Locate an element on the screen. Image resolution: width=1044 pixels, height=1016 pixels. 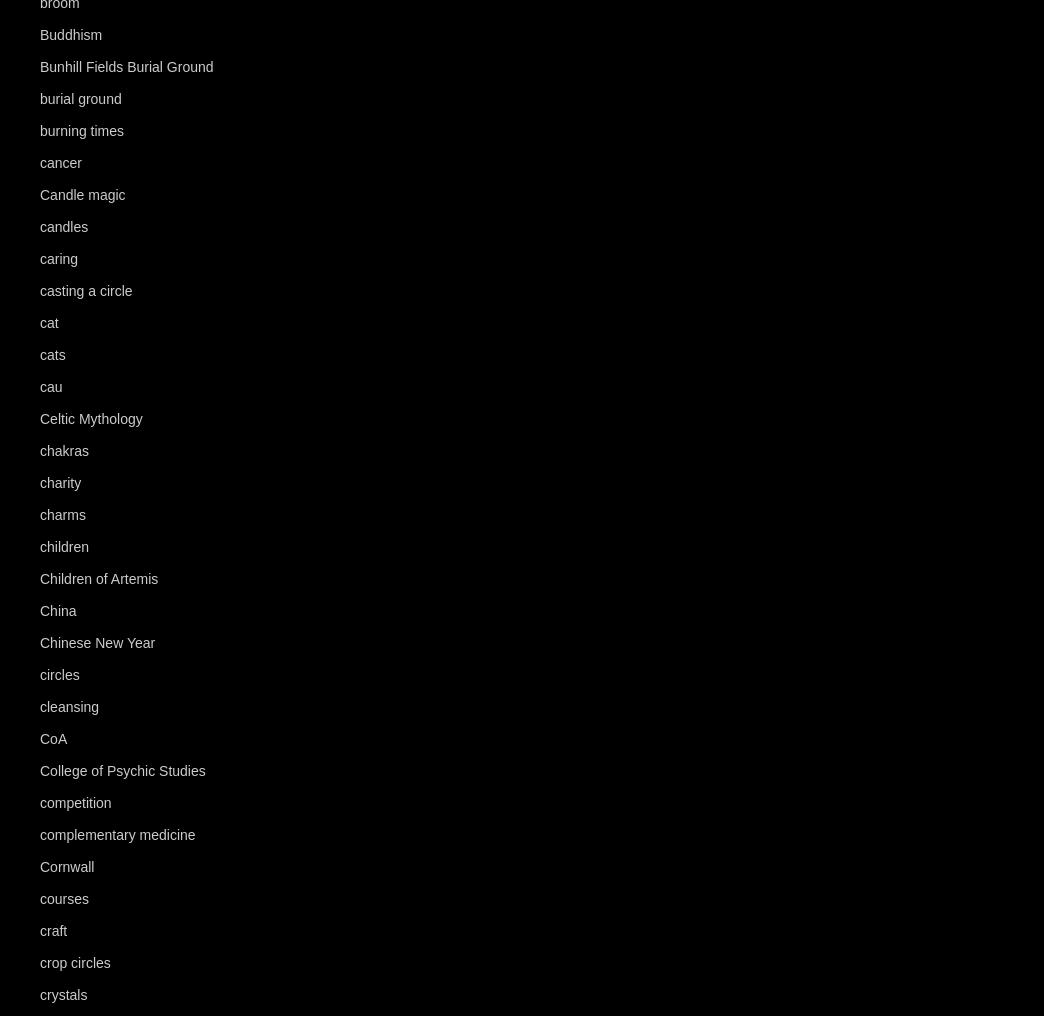
'craft' is located at coordinates (52, 929).